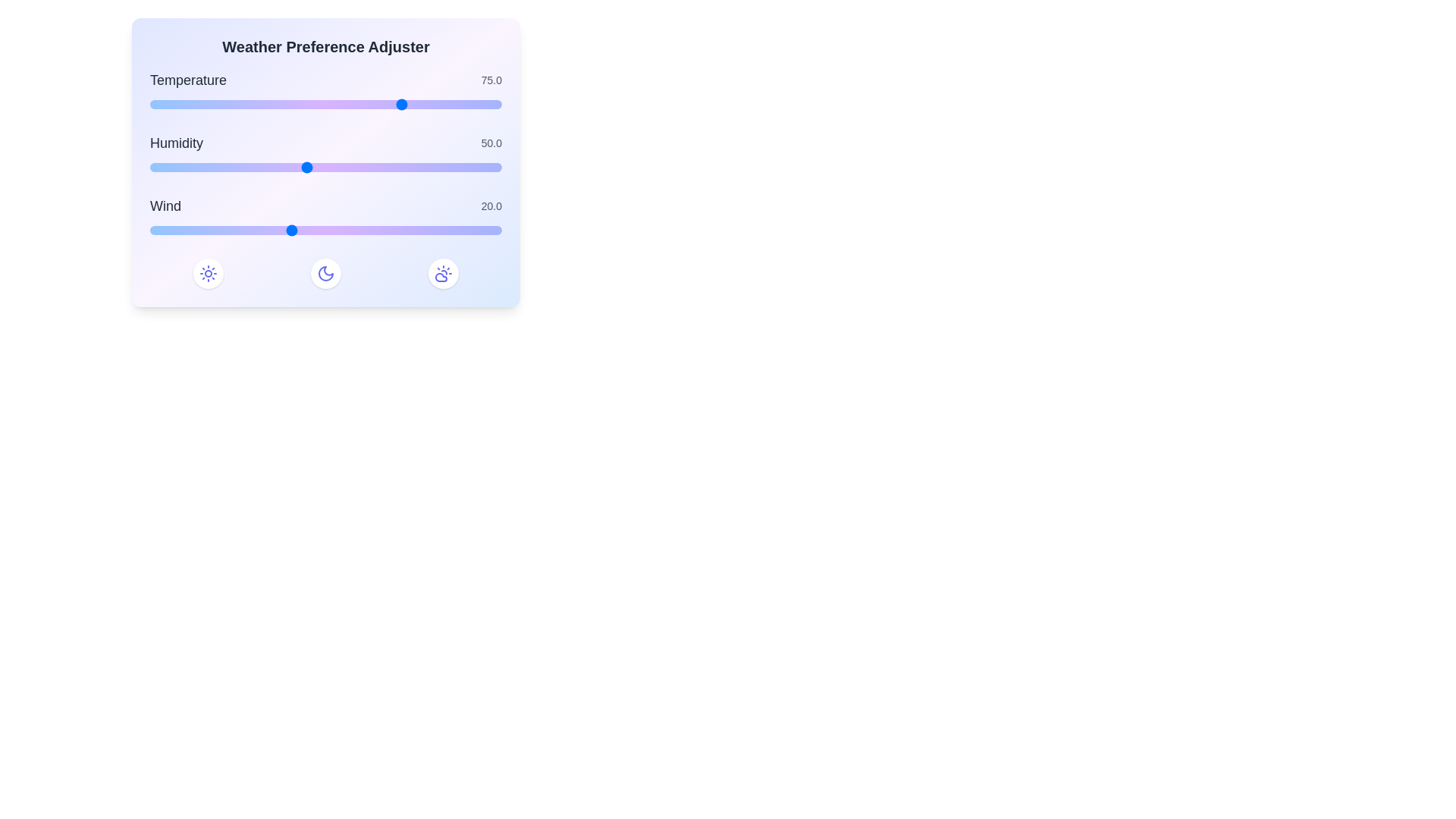  What do you see at coordinates (240, 231) in the screenshot?
I see `wind preference` at bounding box center [240, 231].